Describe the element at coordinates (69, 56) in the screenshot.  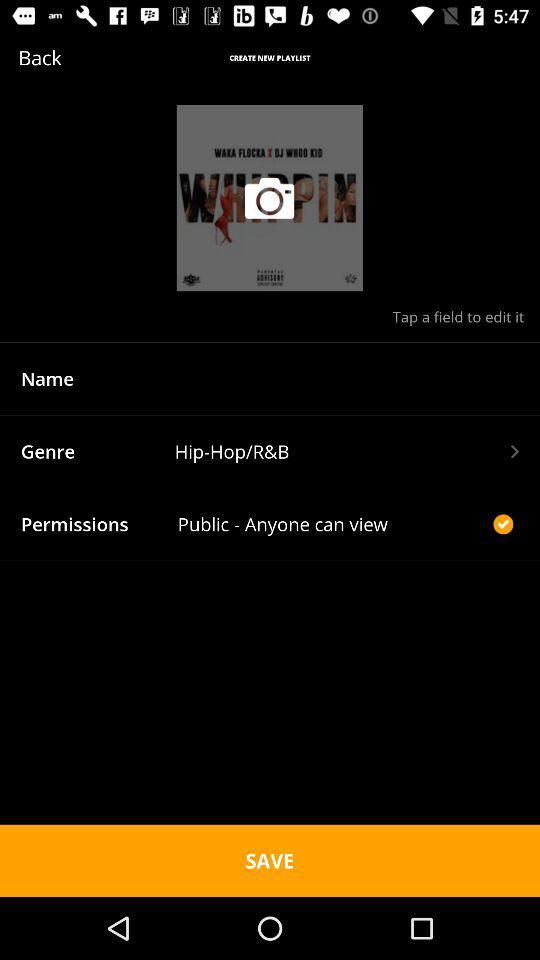
I see `the icon to the left of create new playlist icon` at that location.